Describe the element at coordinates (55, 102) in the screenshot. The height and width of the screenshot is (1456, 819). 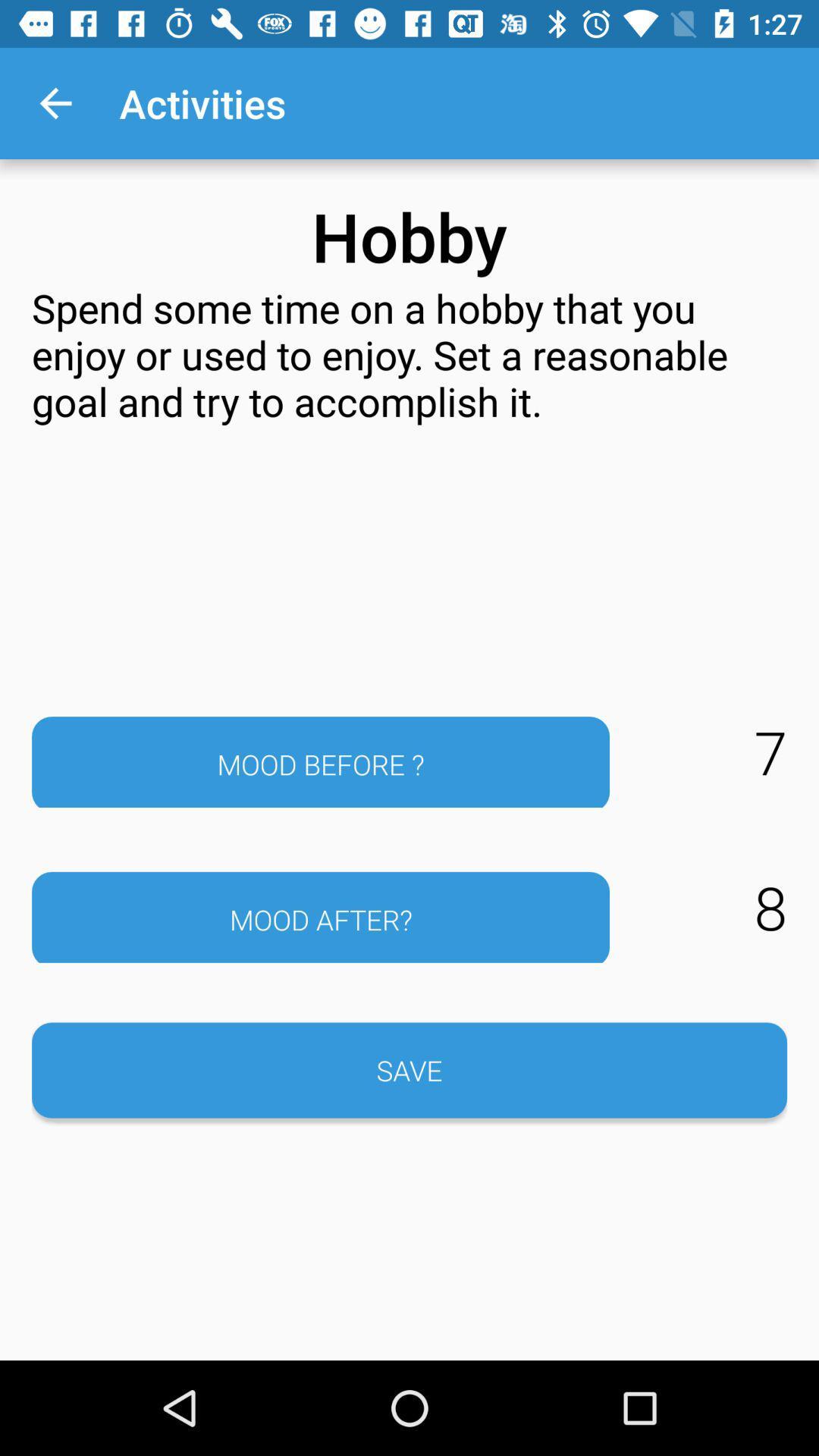
I see `the app to the left of activities icon` at that location.